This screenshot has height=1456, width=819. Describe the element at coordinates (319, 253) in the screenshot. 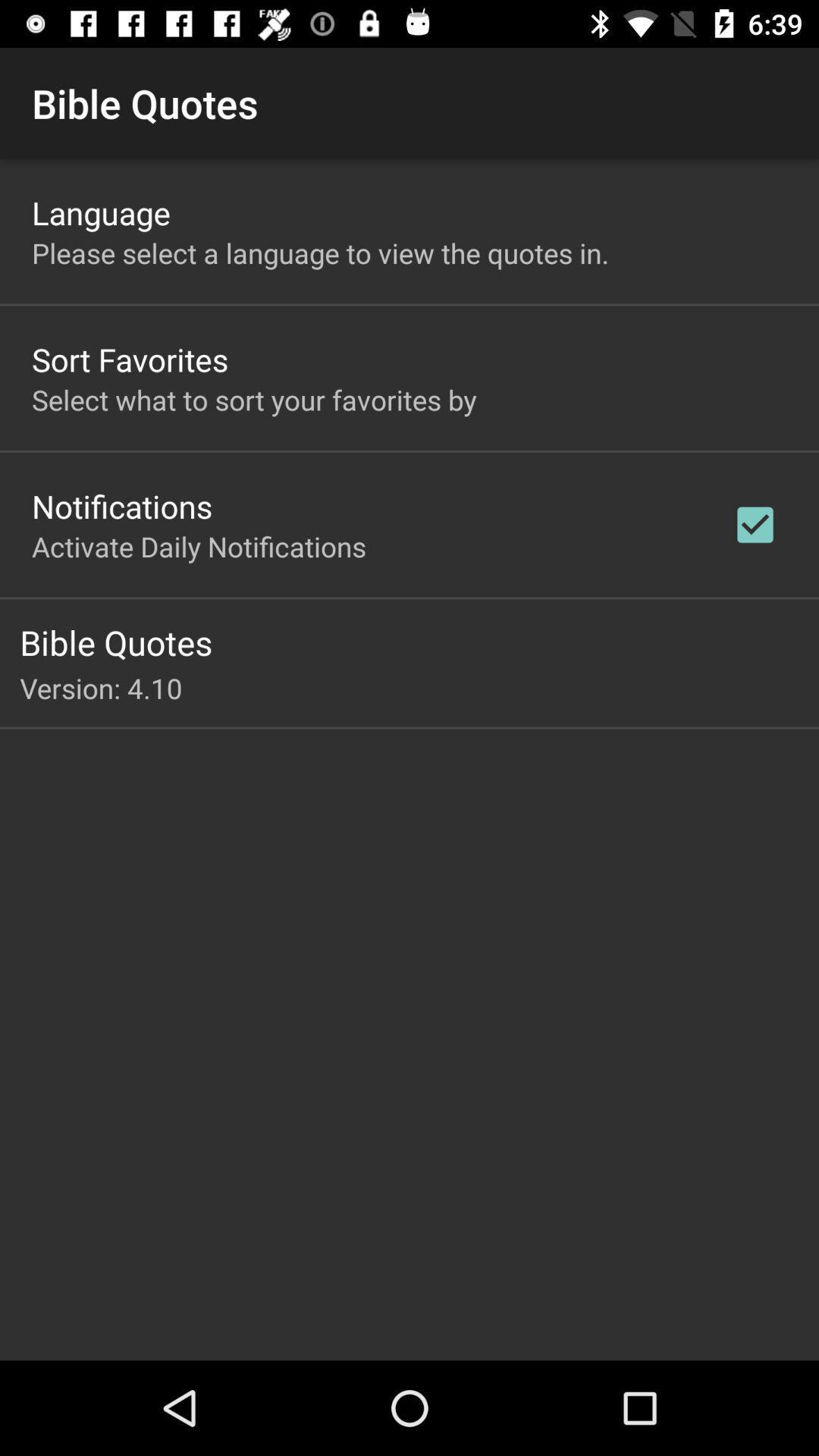

I see `the icon below language item` at that location.